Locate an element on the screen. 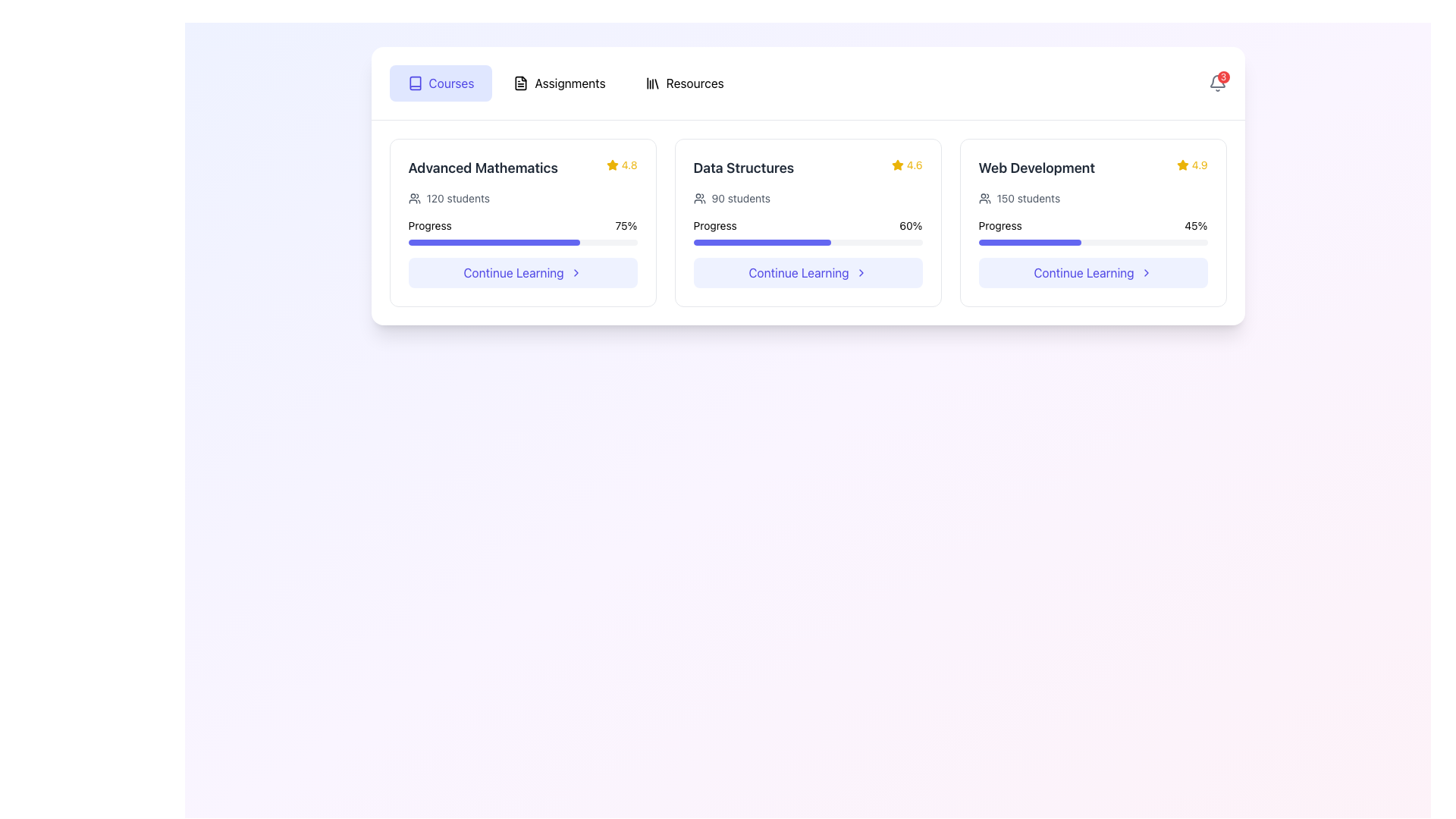 The height and width of the screenshot is (819, 1456). the Rating display in the 'Data Structures' card, which features a yellow star icon and the text '4.6' in bold, located at the upper-right corner adjacent to the course title is located at coordinates (907, 165).